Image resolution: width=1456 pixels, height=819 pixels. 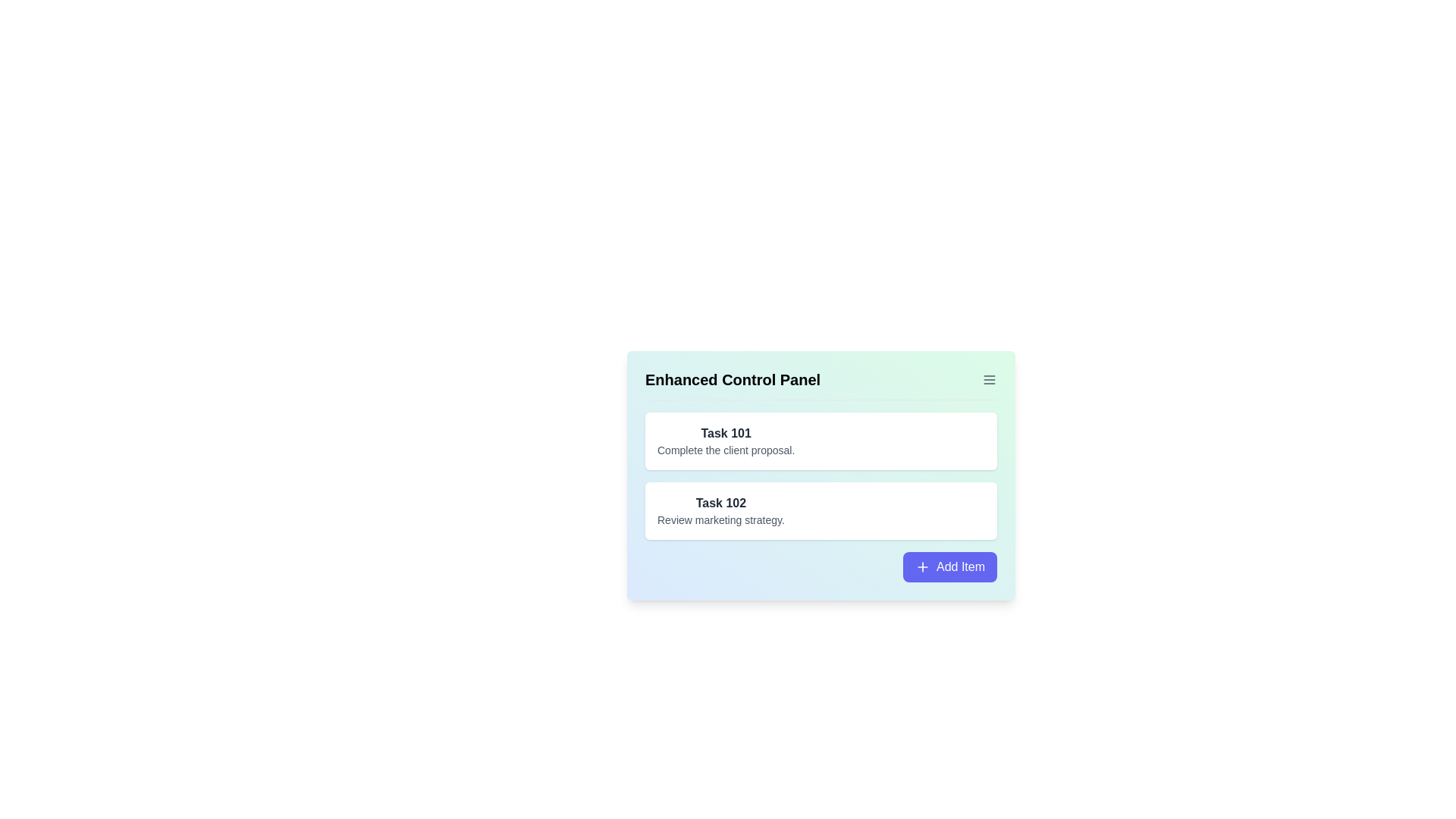 What do you see at coordinates (821, 511) in the screenshot?
I see `the 'Task 102' card with a white background and rounded corners` at bounding box center [821, 511].